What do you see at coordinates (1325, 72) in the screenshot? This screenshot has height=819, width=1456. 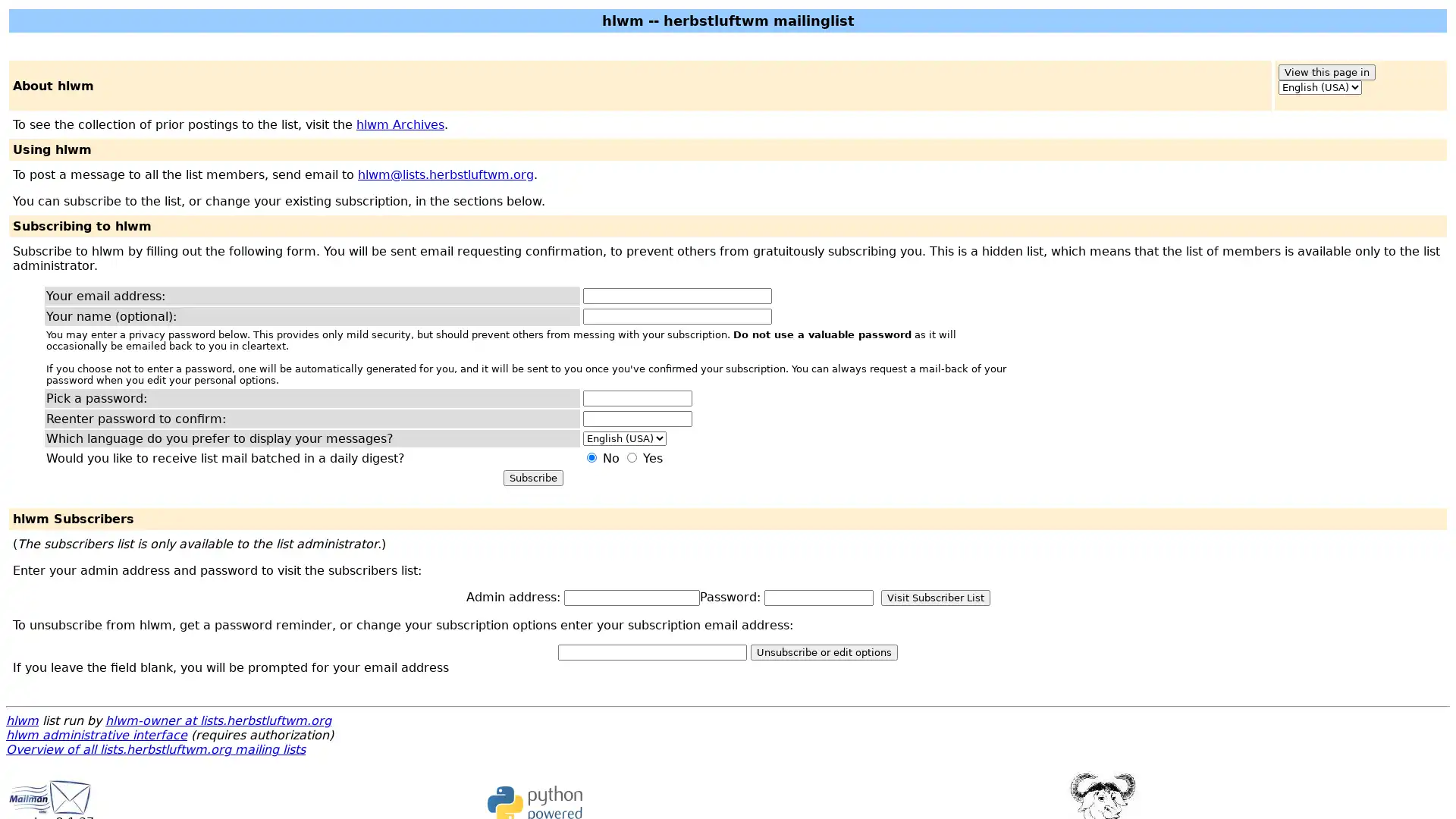 I see `View this page in` at bounding box center [1325, 72].